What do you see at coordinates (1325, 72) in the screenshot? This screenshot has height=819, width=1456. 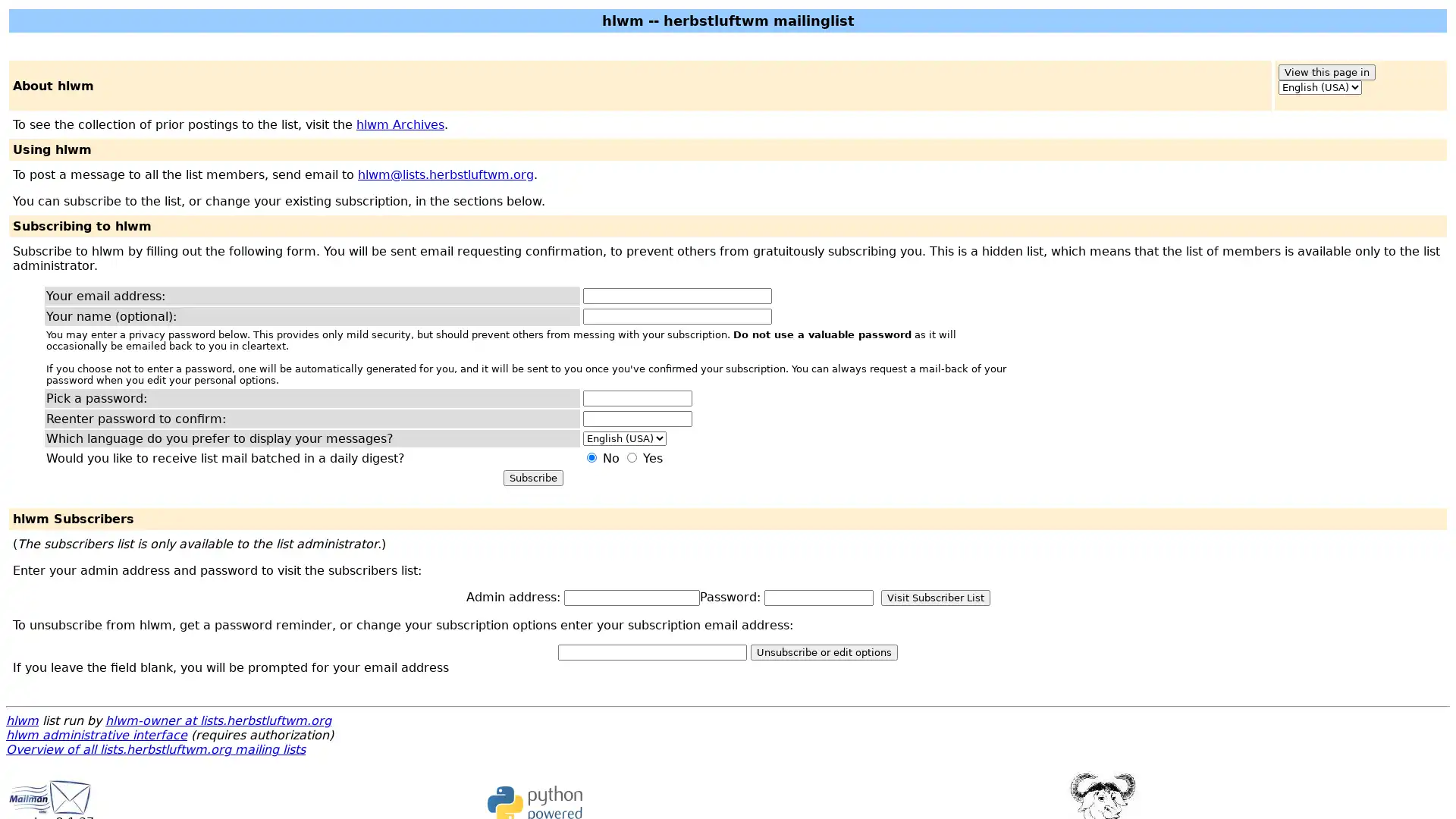 I see `View this page in` at bounding box center [1325, 72].